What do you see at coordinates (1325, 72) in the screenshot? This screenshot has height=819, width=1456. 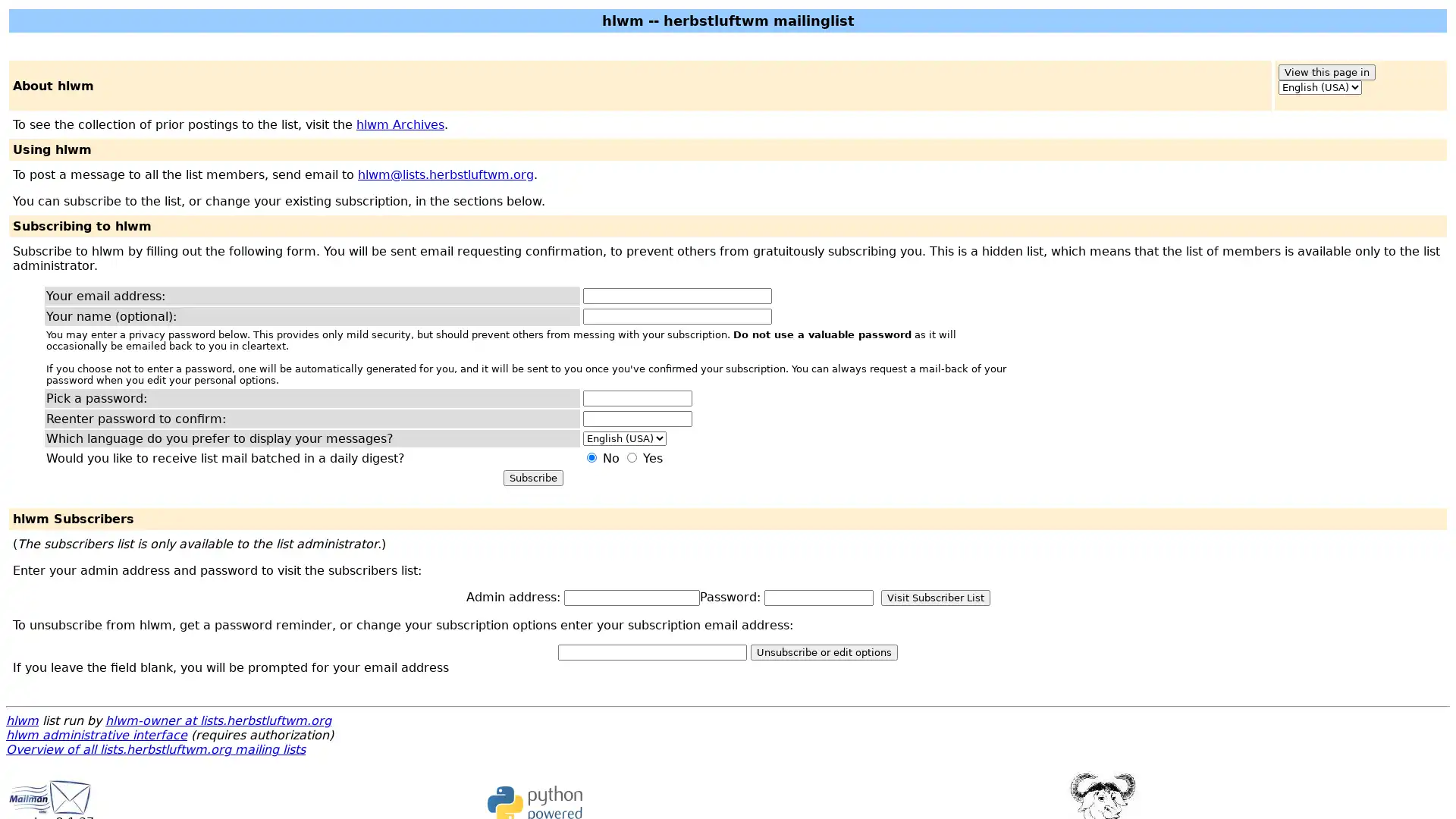 I see `View this page in` at bounding box center [1325, 72].